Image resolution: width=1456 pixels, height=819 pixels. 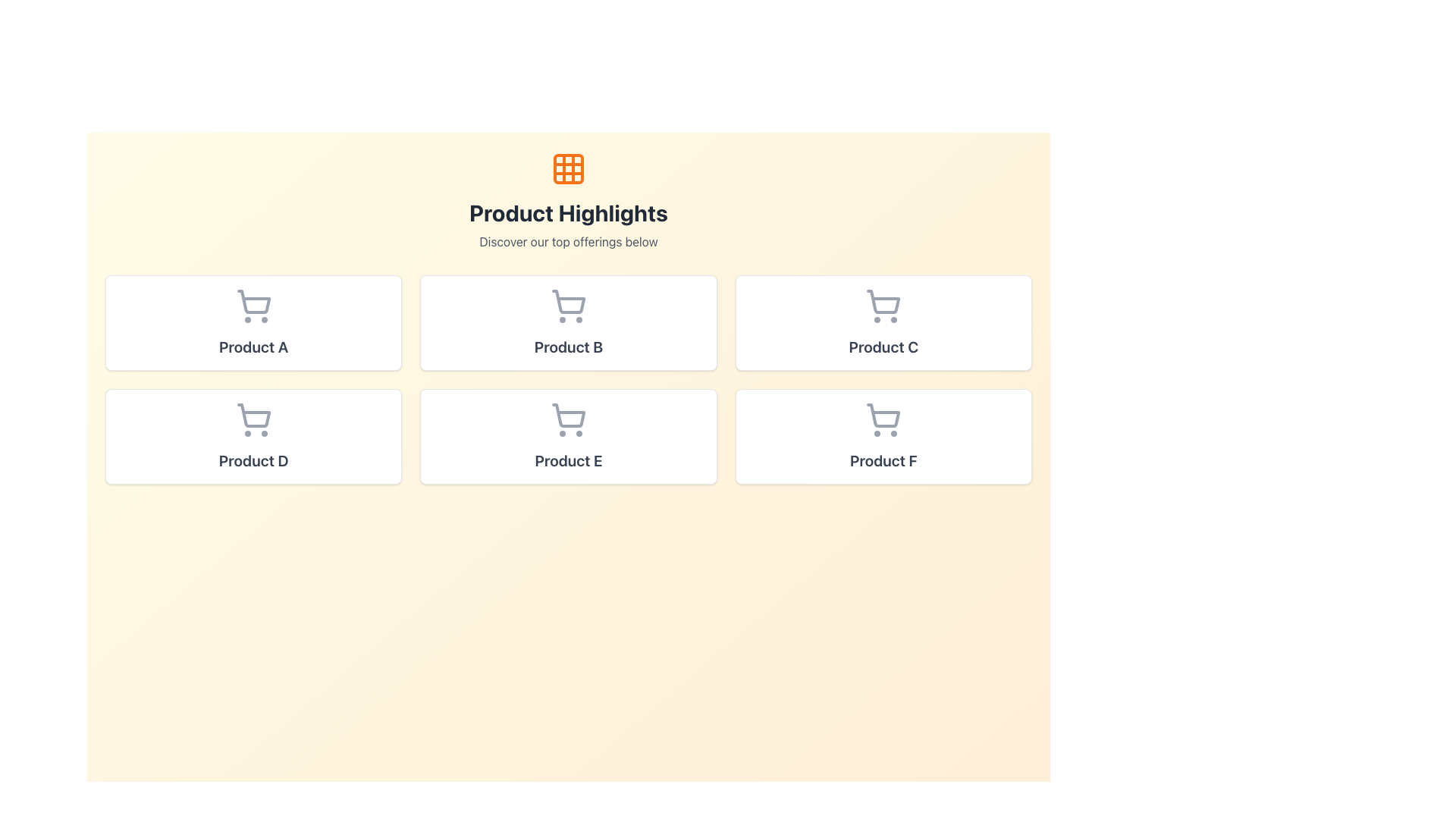 What do you see at coordinates (253, 416) in the screenshot?
I see `the shopping cart icon in the 'Product Highlights' section, located in the second row and first column of the grid layout, to interact with its functionality` at bounding box center [253, 416].